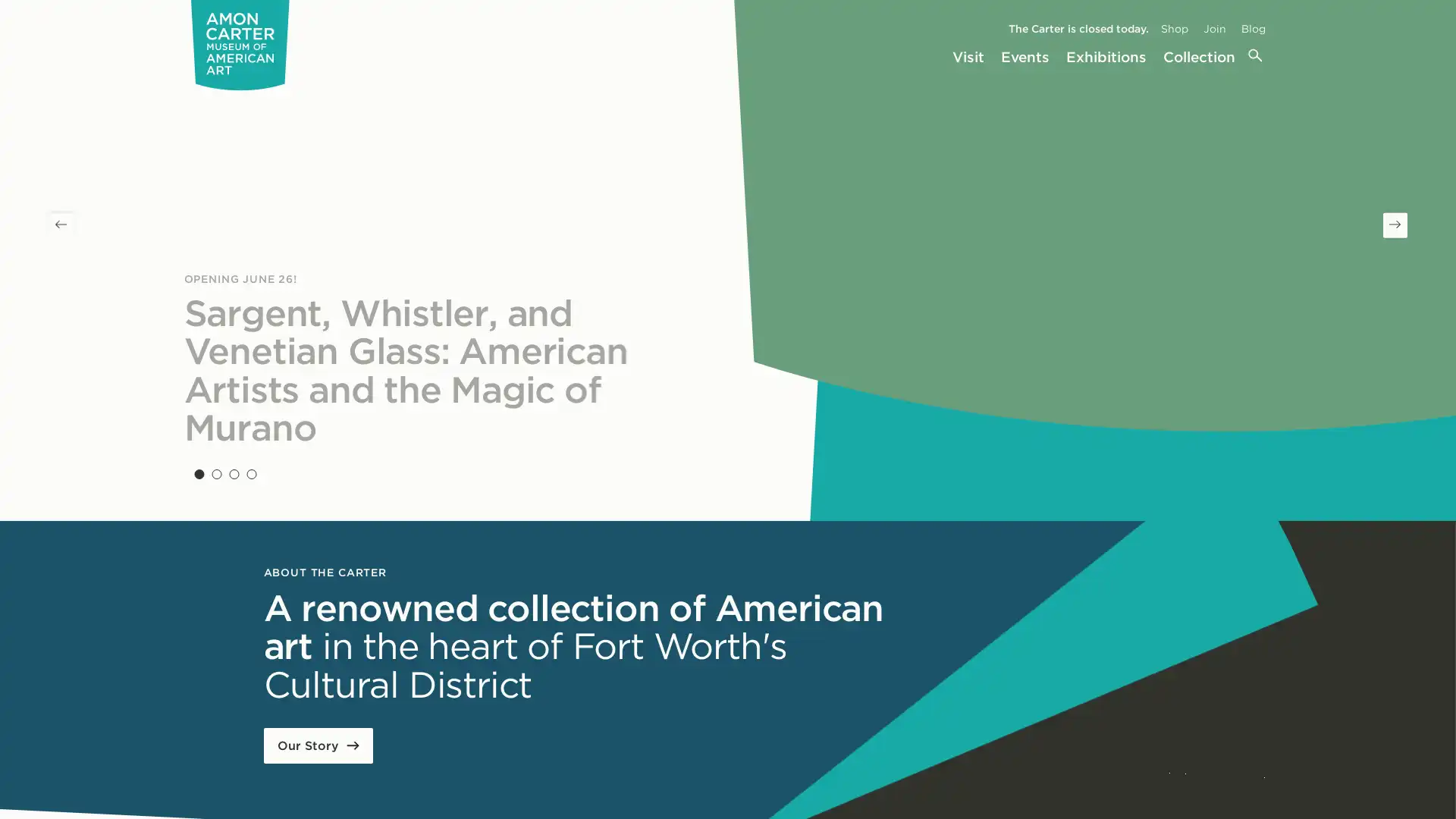 The width and height of the screenshot is (1456, 819). Describe the element at coordinates (61, 225) in the screenshot. I see `Previous` at that location.